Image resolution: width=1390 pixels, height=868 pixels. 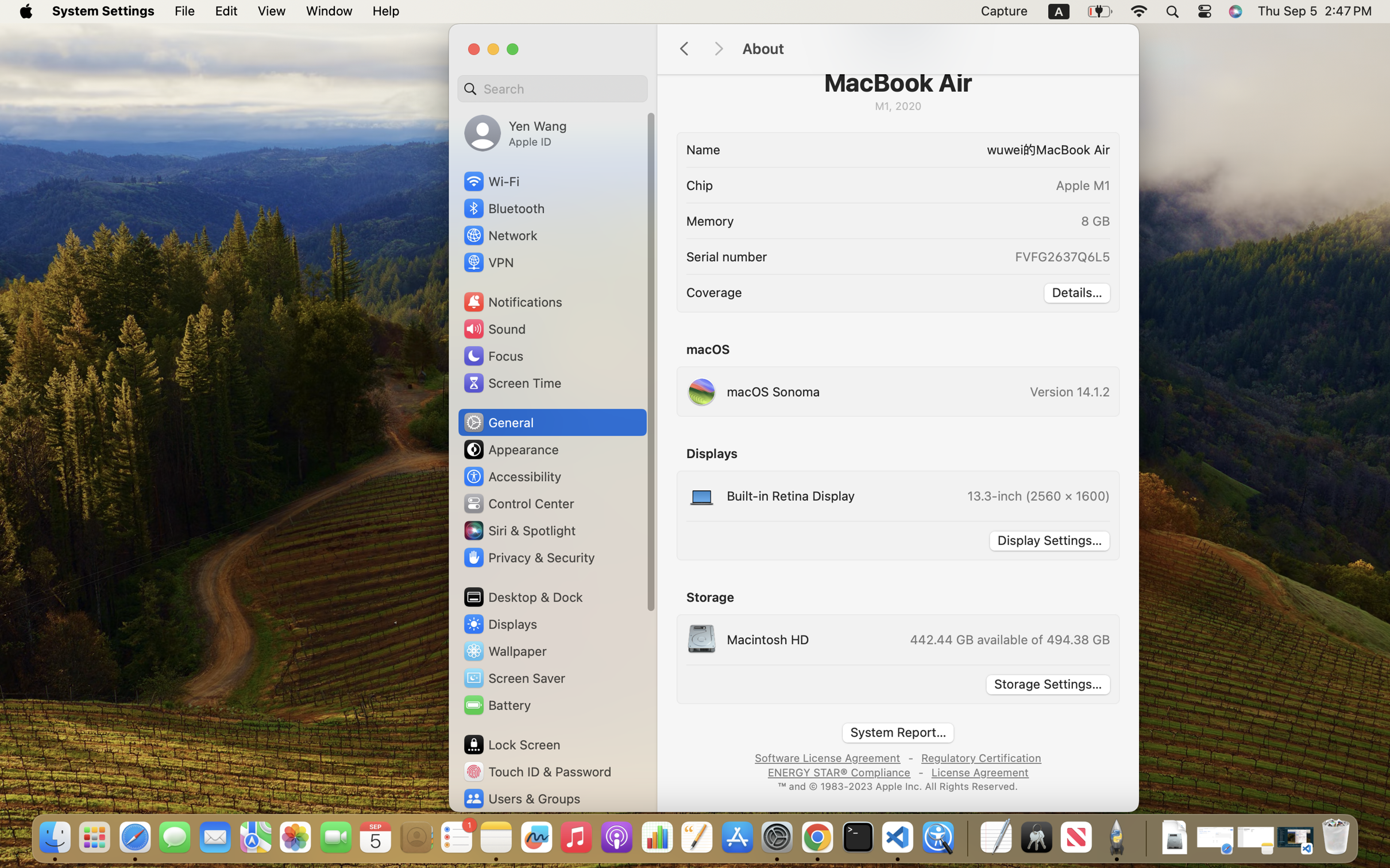 What do you see at coordinates (1083, 185) in the screenshot?
I see `'Apple M1'` at bounding box center [1083, 185].